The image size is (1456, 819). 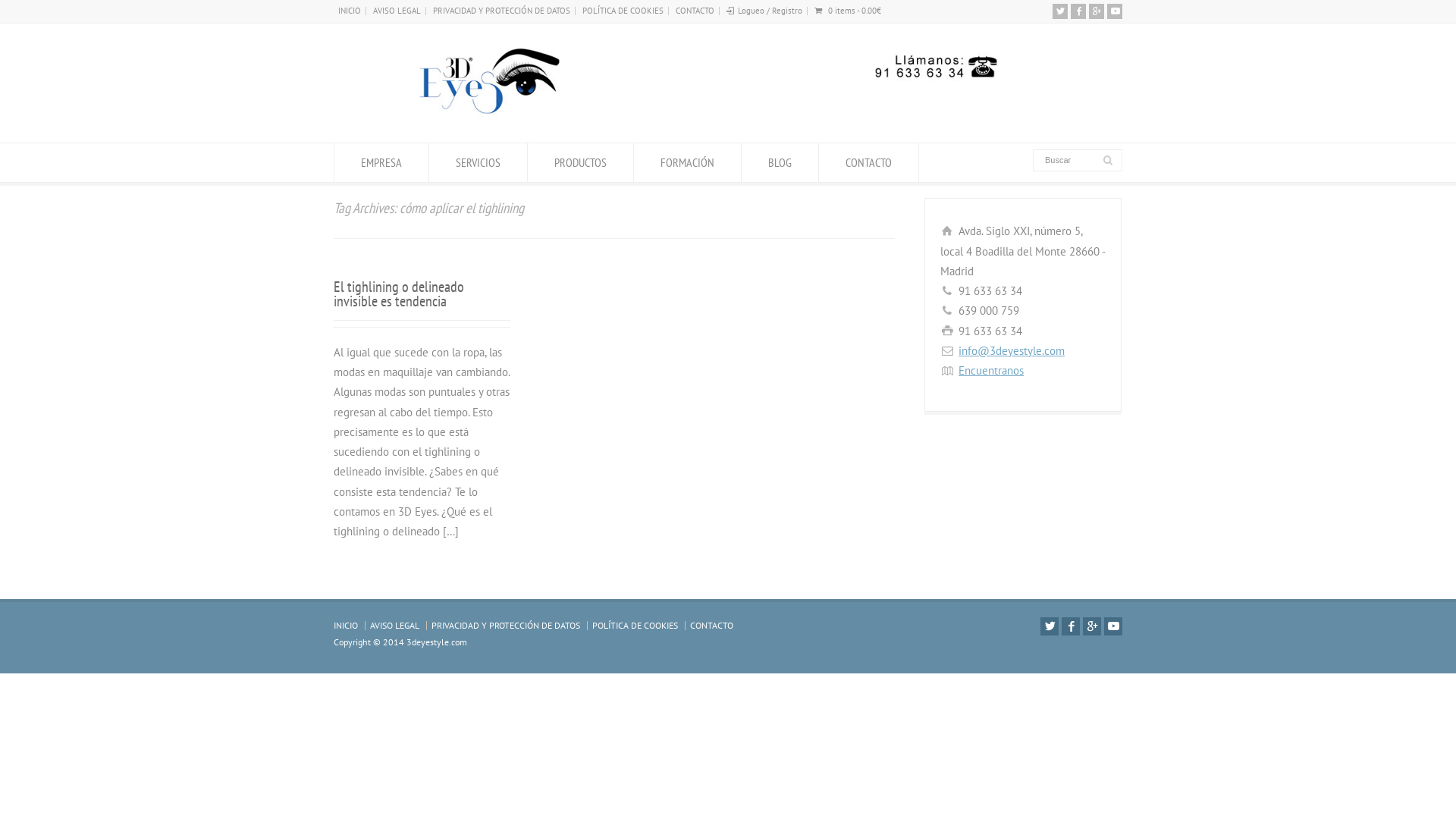 I want to click on 'YouTube', so click(x=1113, y=626).